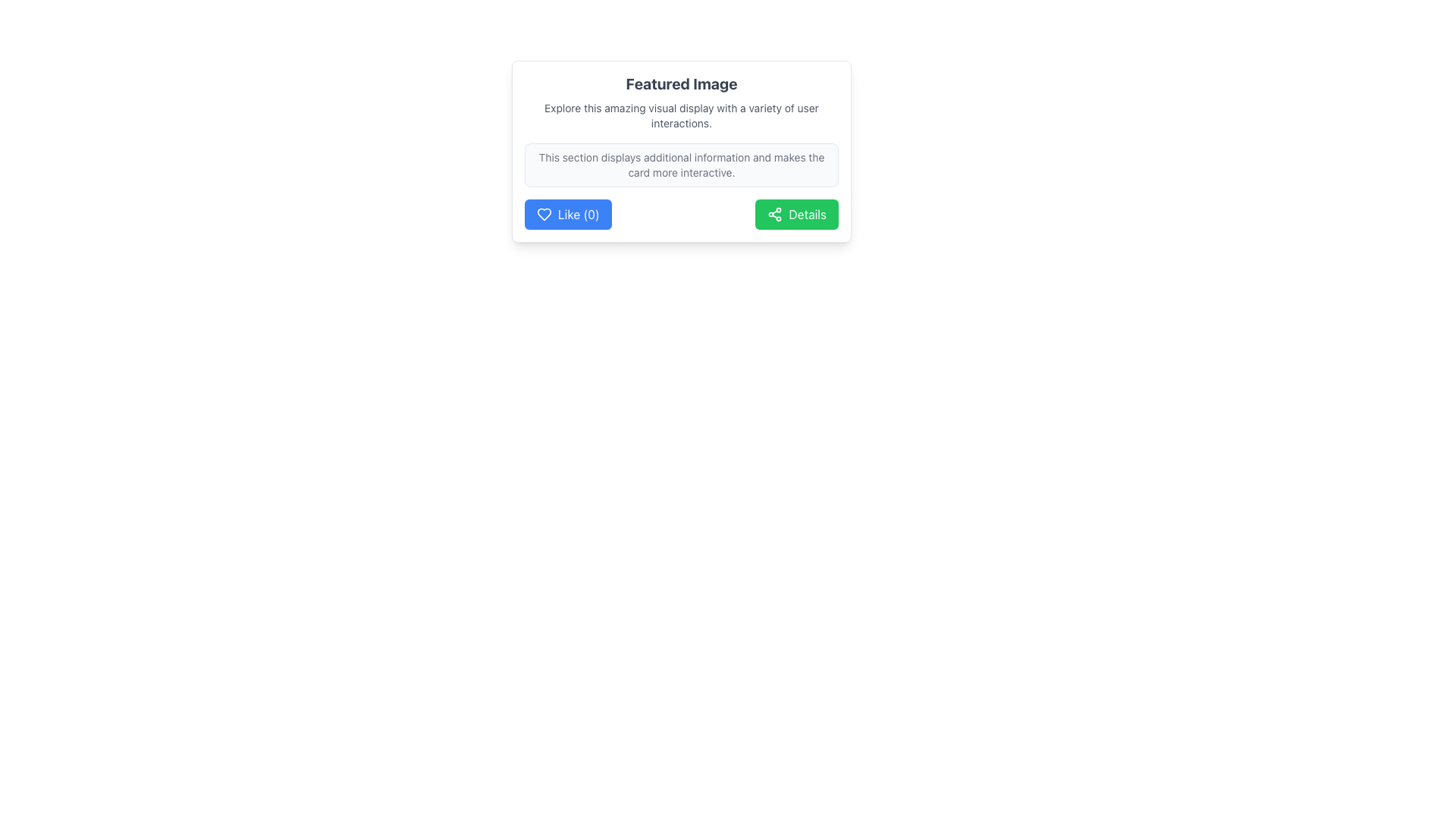  What do you see at coordinates (775, 214) in the screenshot?
I see `the decorative 'share' icon located within the green 'Details' button, positioned to the right below the main card description, and placed to the left of the text label 'Details'` at bounding box center [775, 214].